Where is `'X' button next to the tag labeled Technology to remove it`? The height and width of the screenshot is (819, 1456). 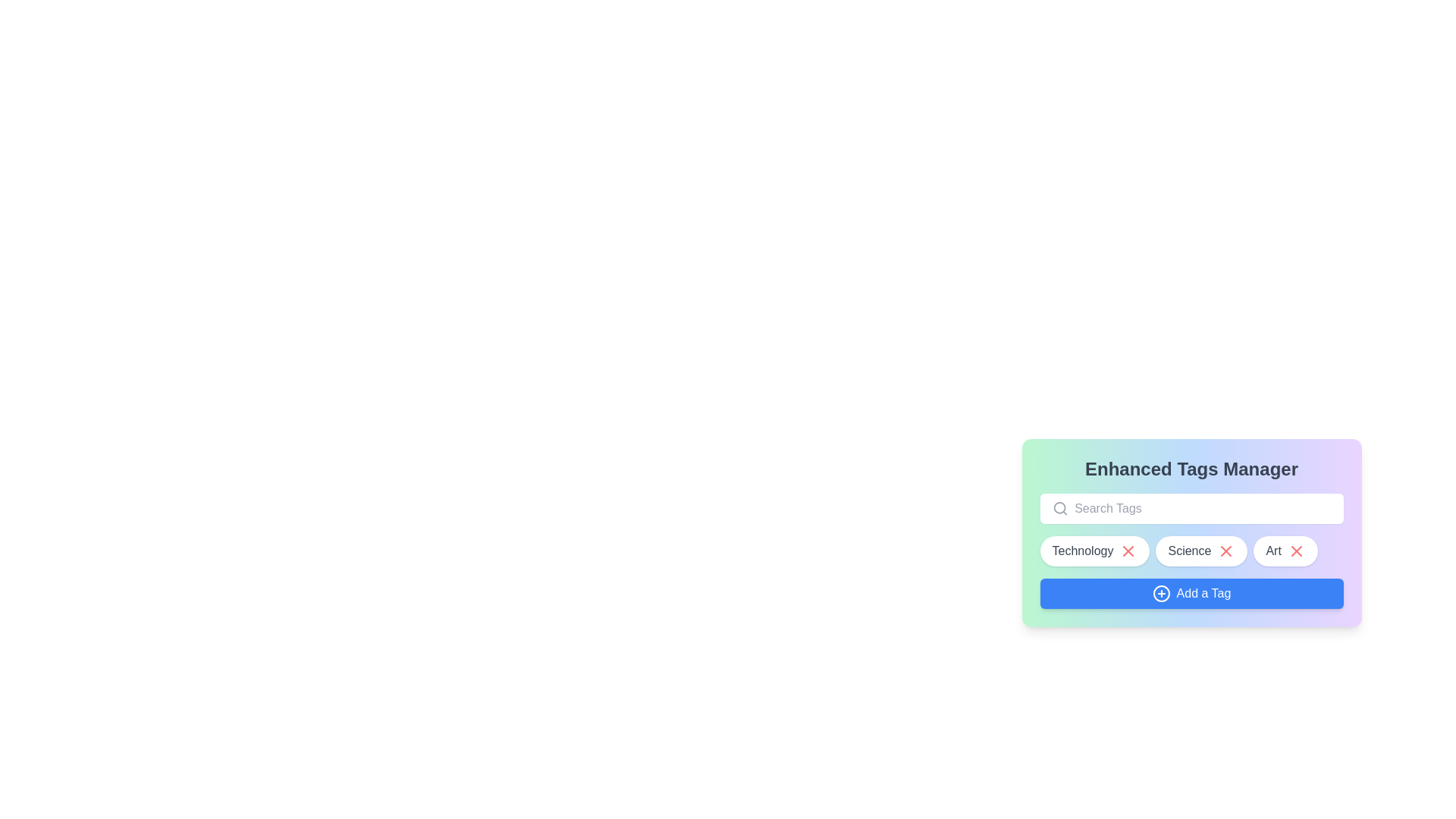
'X' button next to the tag labeled Technology to remove it is located at coordinates (1128, 551).